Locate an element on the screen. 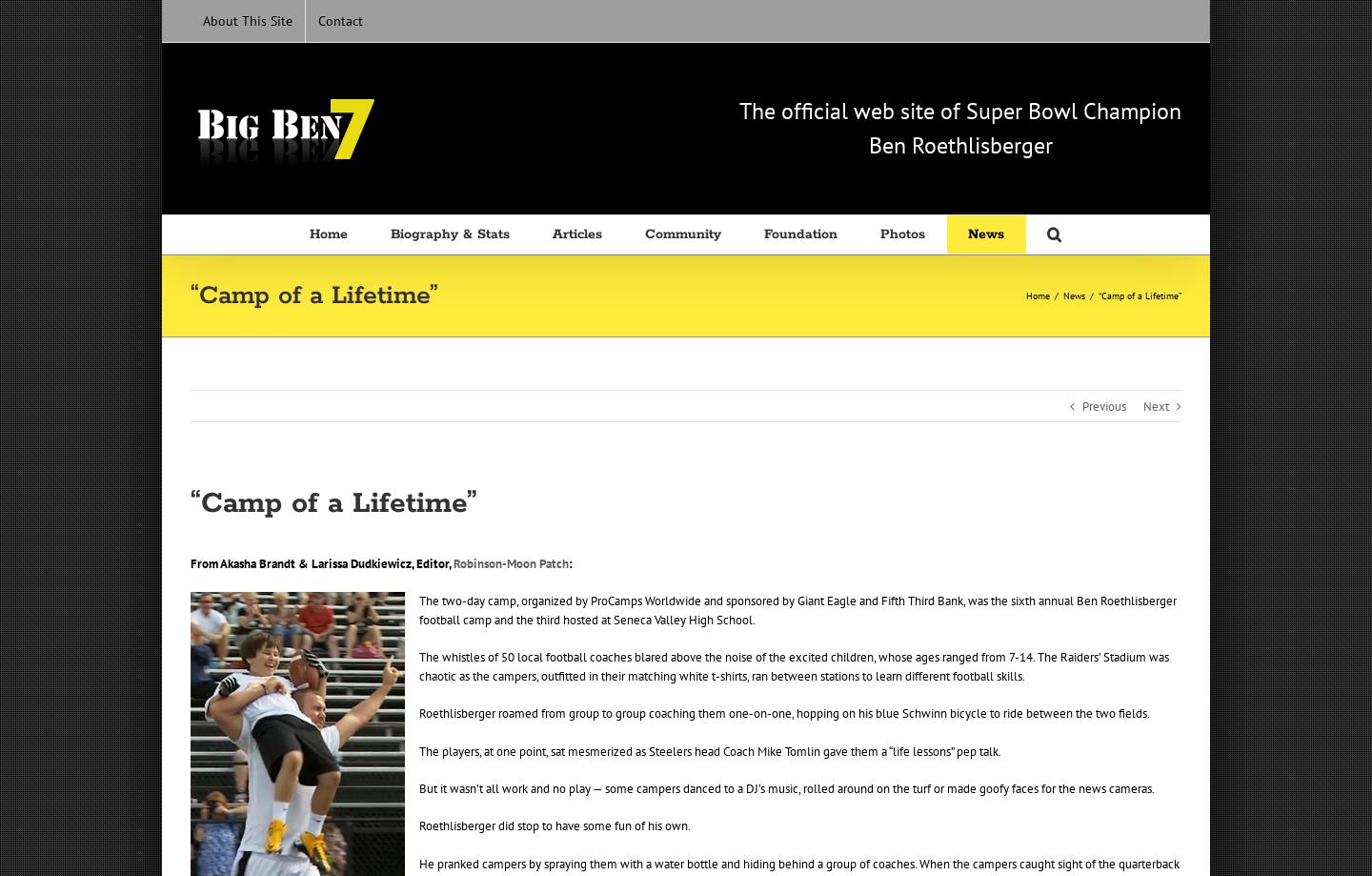  'But it wasn’t all work and no play — some campers danced to a DJ’s music, rolled around on the turf or made goofy faces for the news cameras.' is located at coordinates (786, 787).